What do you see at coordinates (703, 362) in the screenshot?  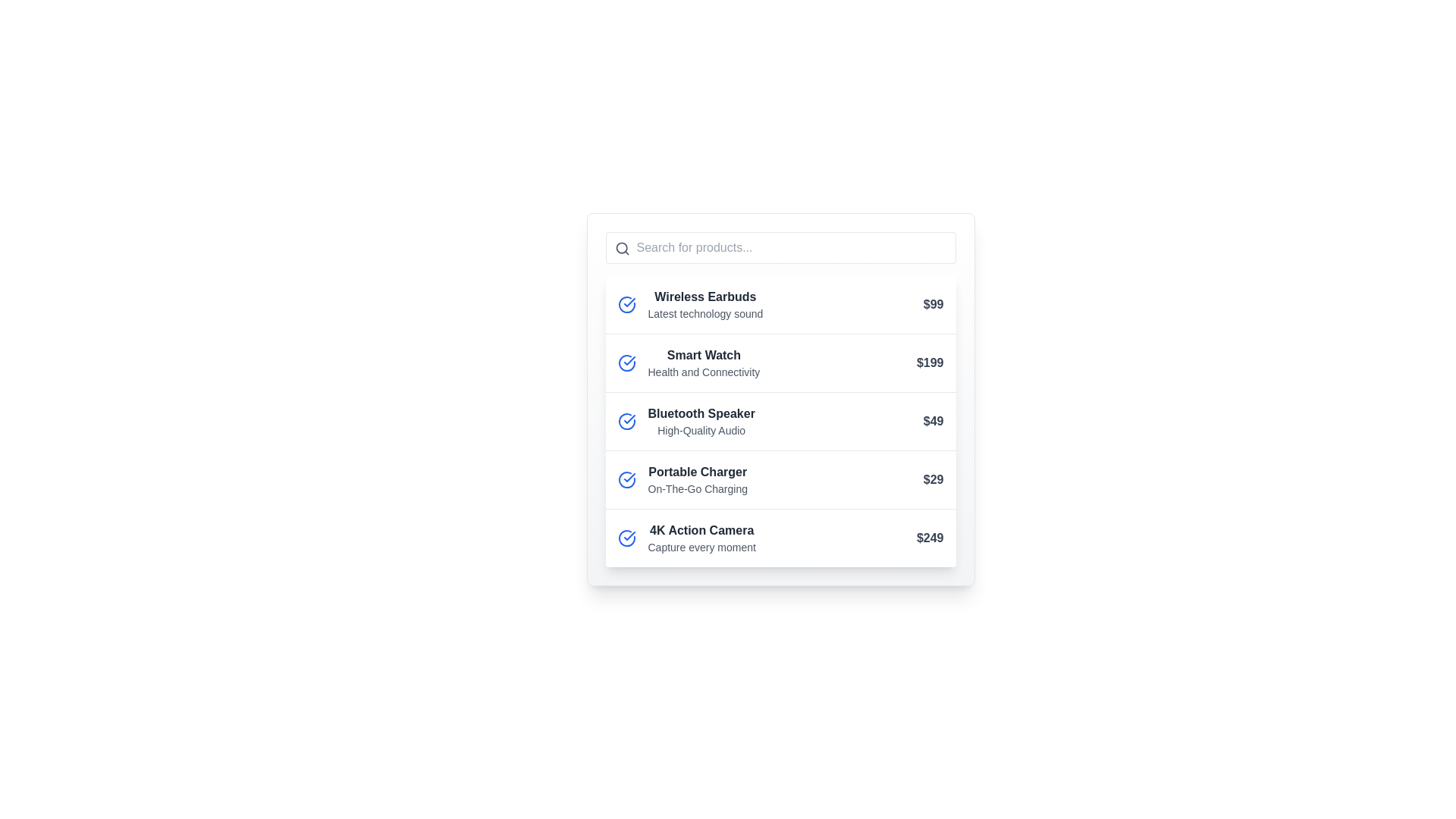 I see `the text display component that shows the title and description of the 'Smart Watch', which is the second entry in the product list, positioned between 'Wireless Earbuds' and 'Bluetooth Speaker'` at bounding box center [703, 362].